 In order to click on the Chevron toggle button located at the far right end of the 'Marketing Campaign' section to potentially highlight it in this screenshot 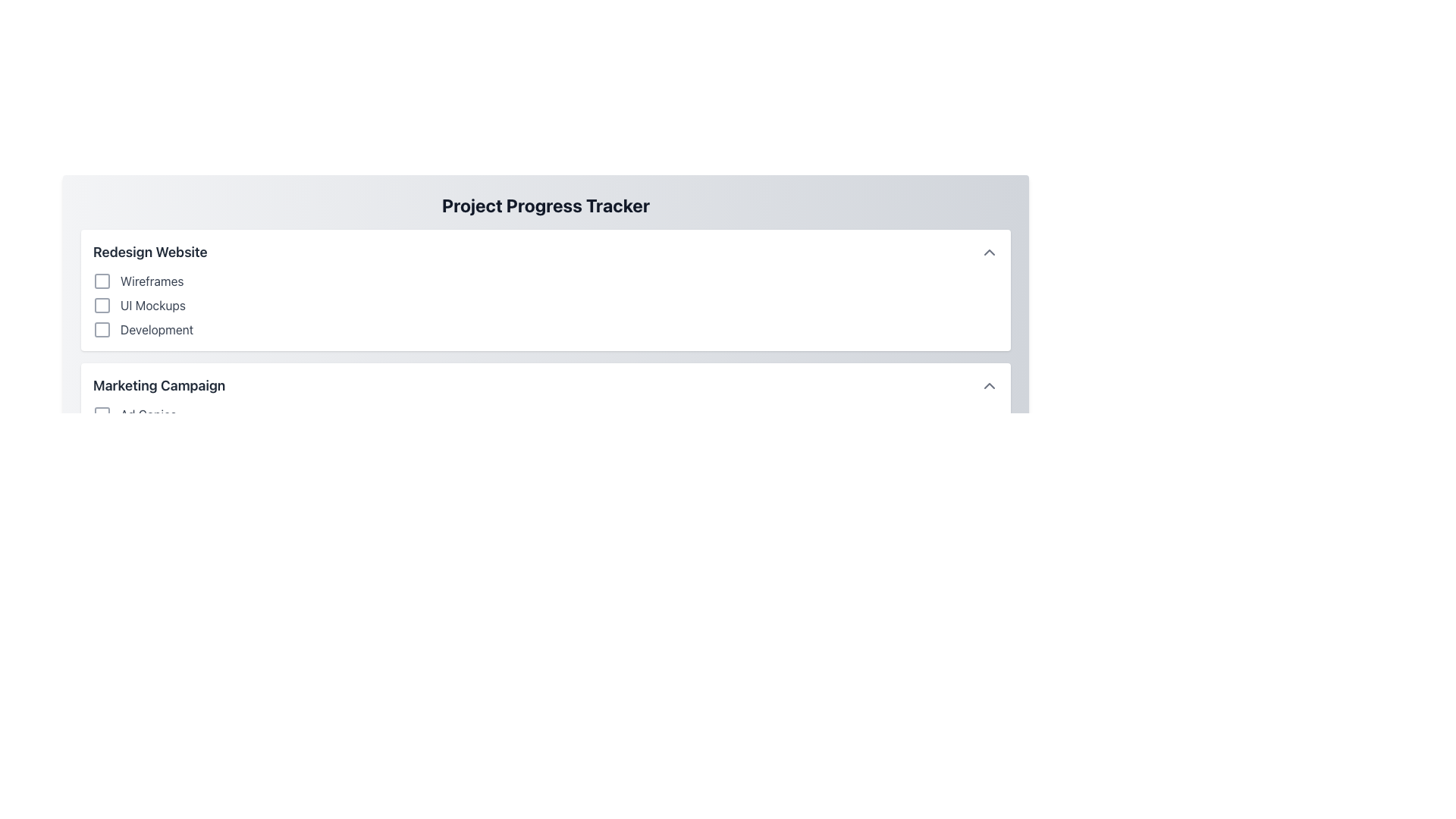, I will do `click(990, 385)`.